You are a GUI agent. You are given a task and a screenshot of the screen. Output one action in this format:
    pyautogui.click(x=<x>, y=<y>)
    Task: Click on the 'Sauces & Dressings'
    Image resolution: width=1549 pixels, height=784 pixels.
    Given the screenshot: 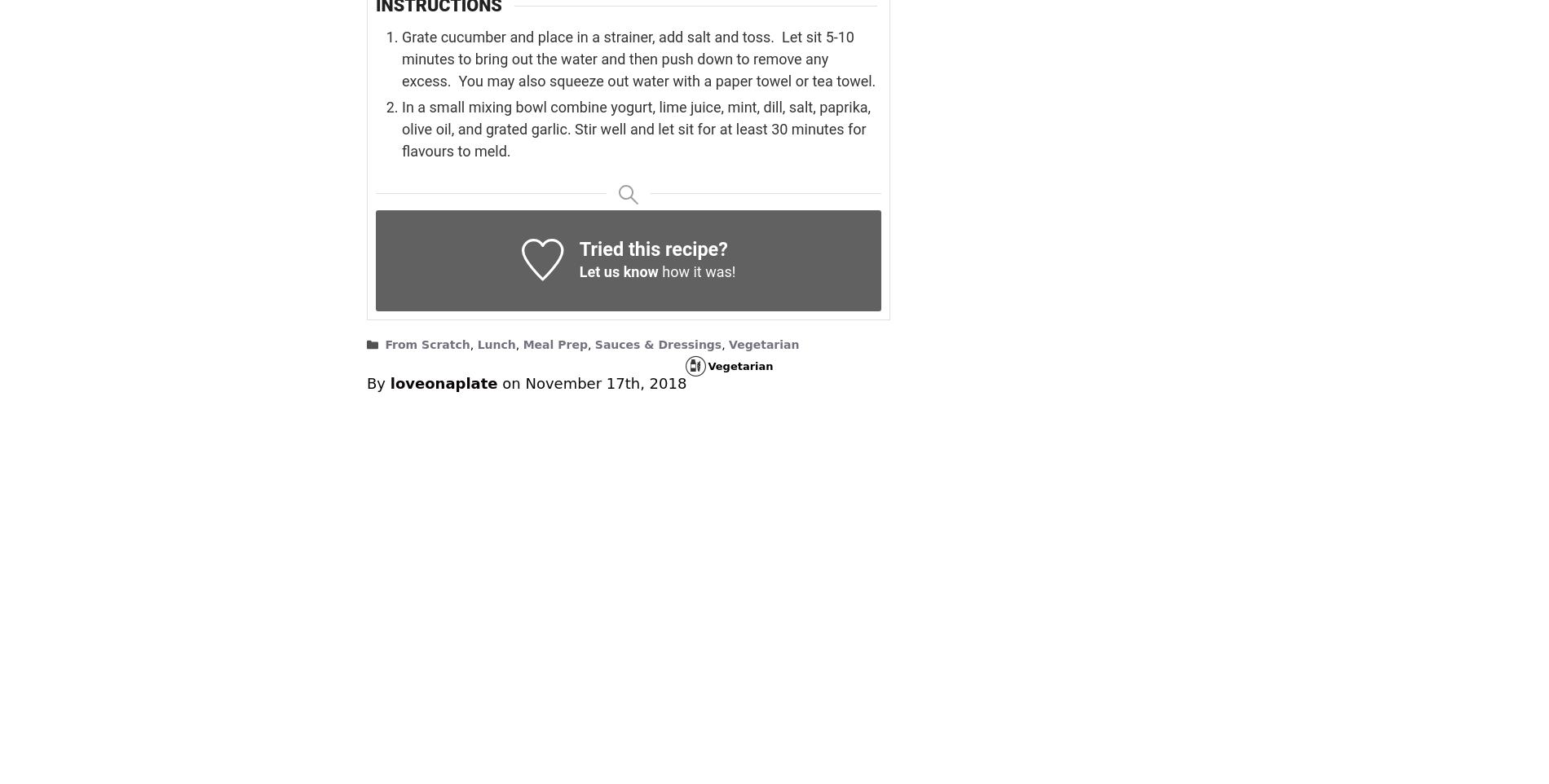 What is the action you would take?
    pyautogui.click(x=656, y=343)
    